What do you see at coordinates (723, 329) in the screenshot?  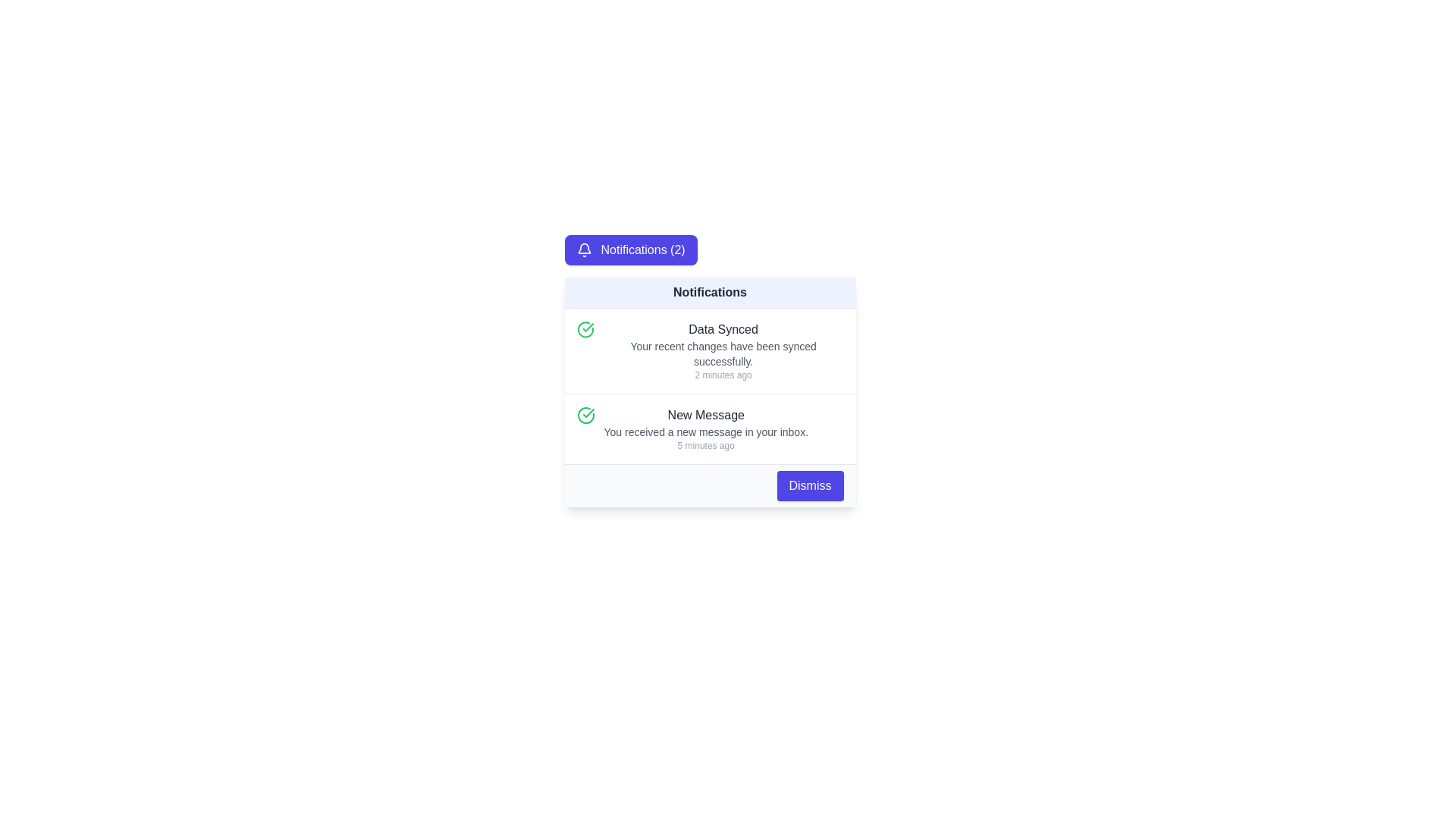 I see `text element displaying 'Data Synced', which is styled in bold and dark gray, located at the center of the notification card` at bounding box center [723, 329].